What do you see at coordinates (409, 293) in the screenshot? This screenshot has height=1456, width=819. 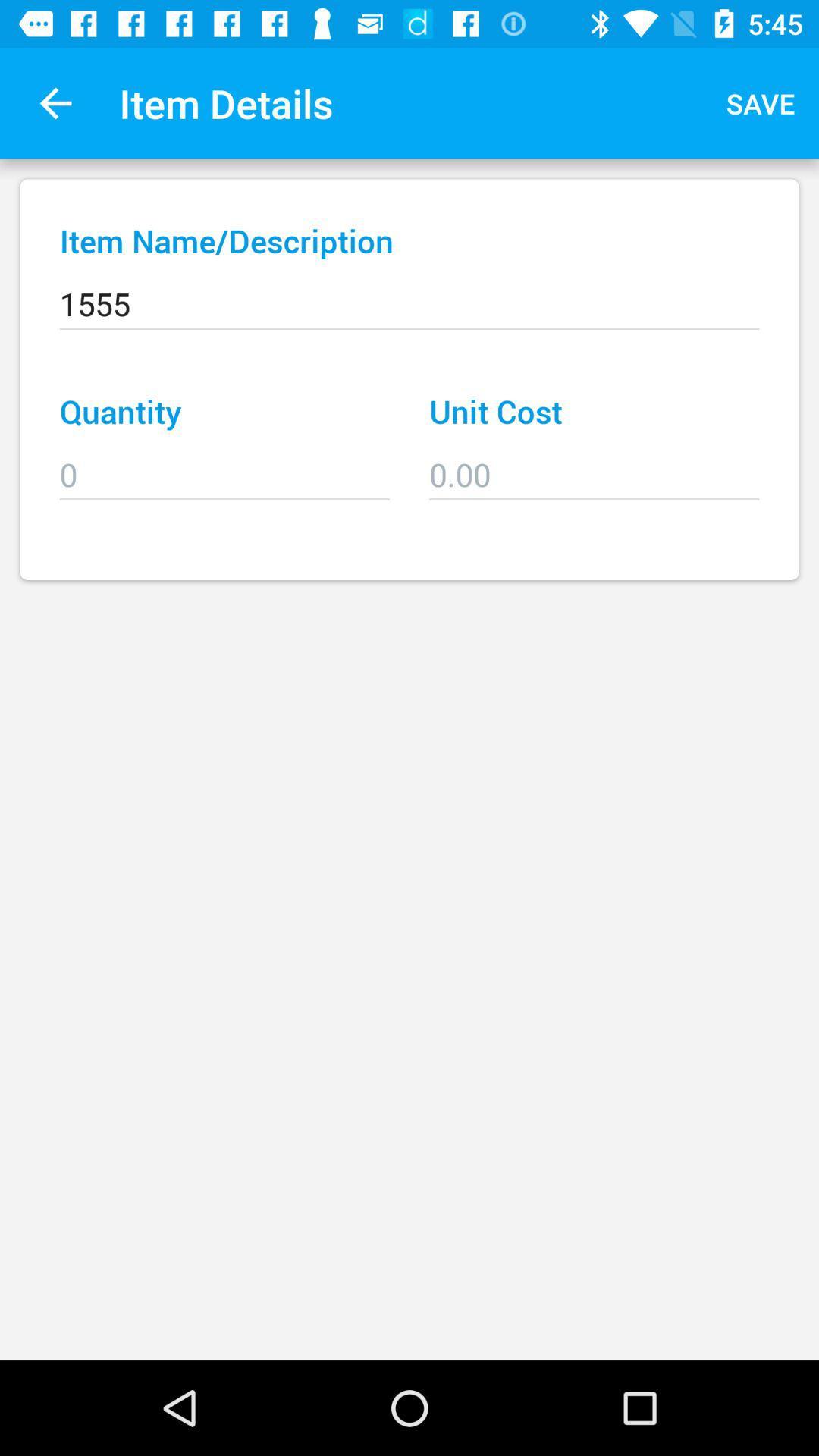 I see `1555 item` at bounding box center [409, 293].